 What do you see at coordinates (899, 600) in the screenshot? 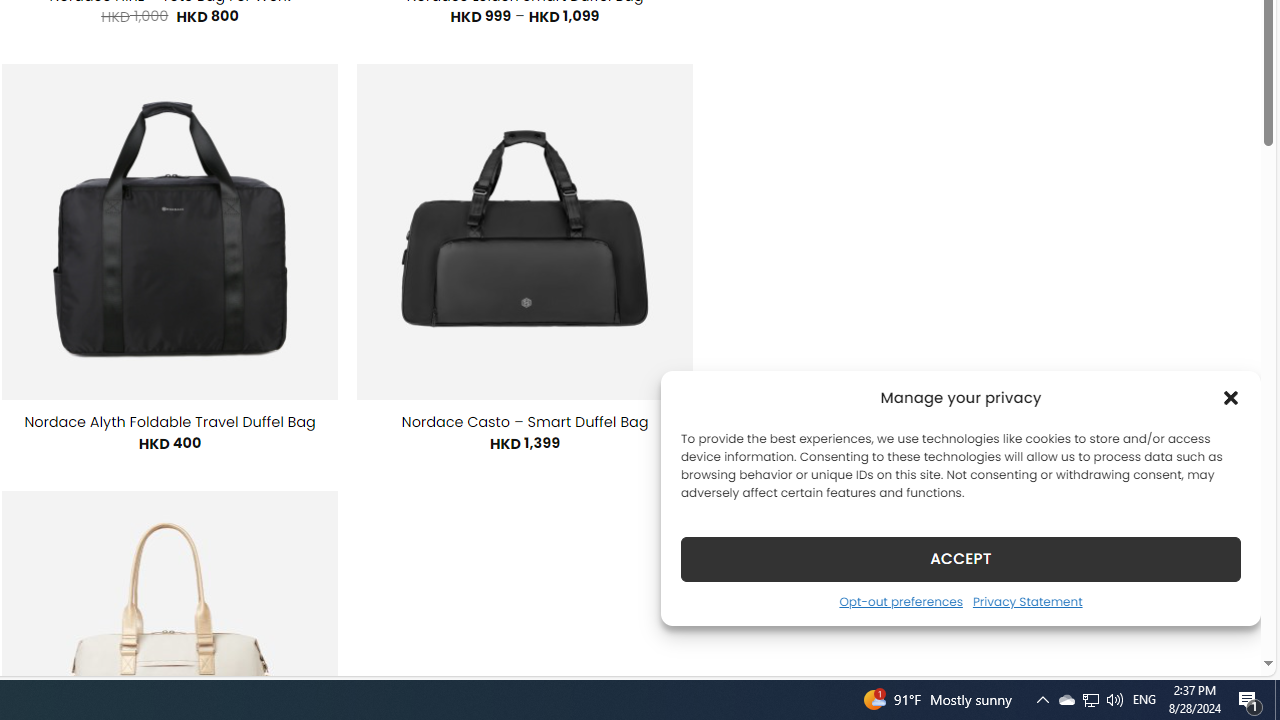
I see `'Opt-out preferences'` at bounding box center [899, 600].